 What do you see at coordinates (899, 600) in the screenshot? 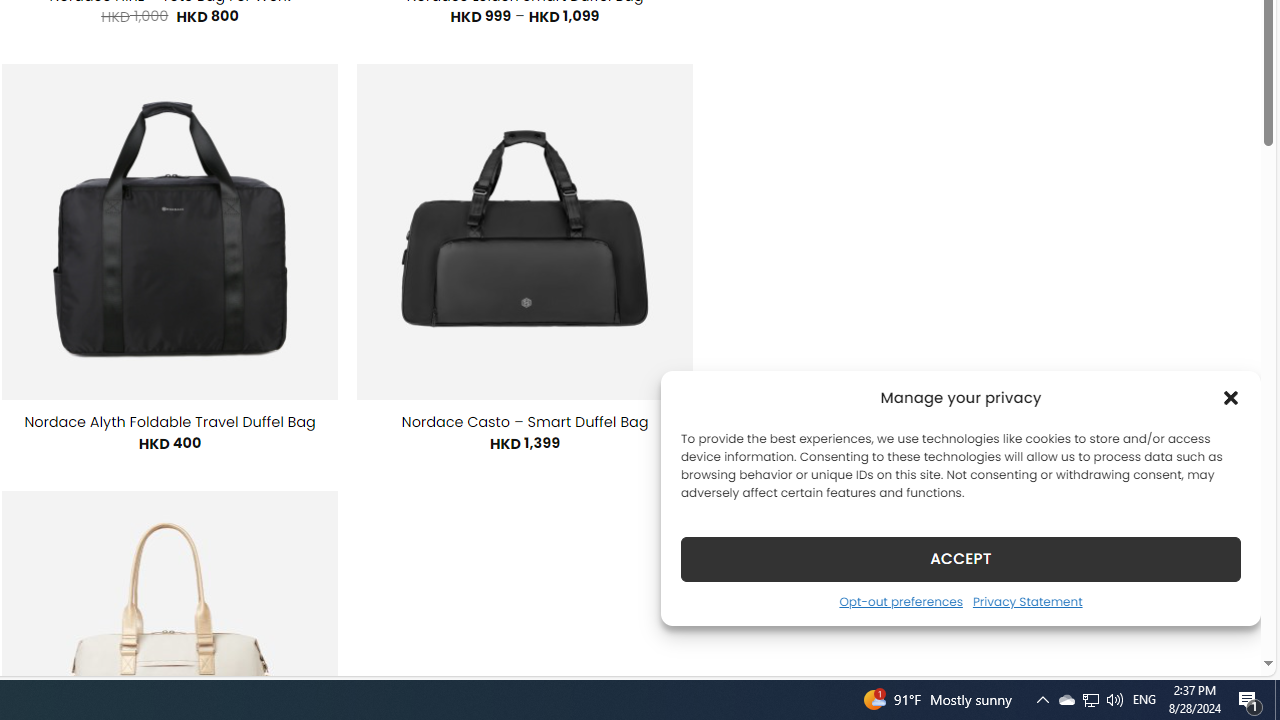
I see `'Opt-out preferences'` at bounding box center [899, 600].